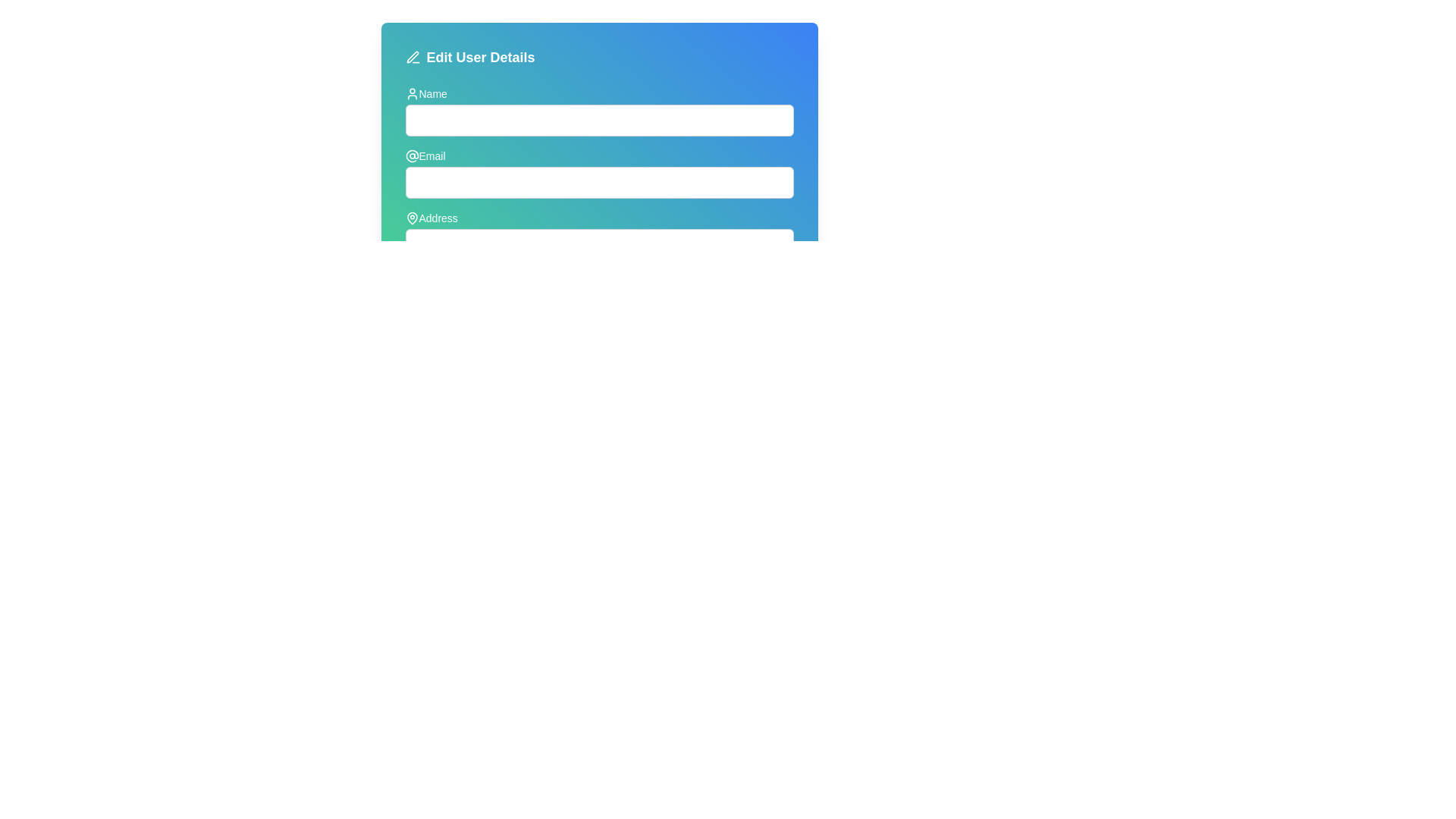 The image size is (1456, 819). What do you see at coordinates (412, 218) in the screenshot?
I see `the location pin icon, which is styled using SVG graphics and is positioned to the left of the 'Address' text in the 'Edit User Details' form` at bounding box center [412, 218].